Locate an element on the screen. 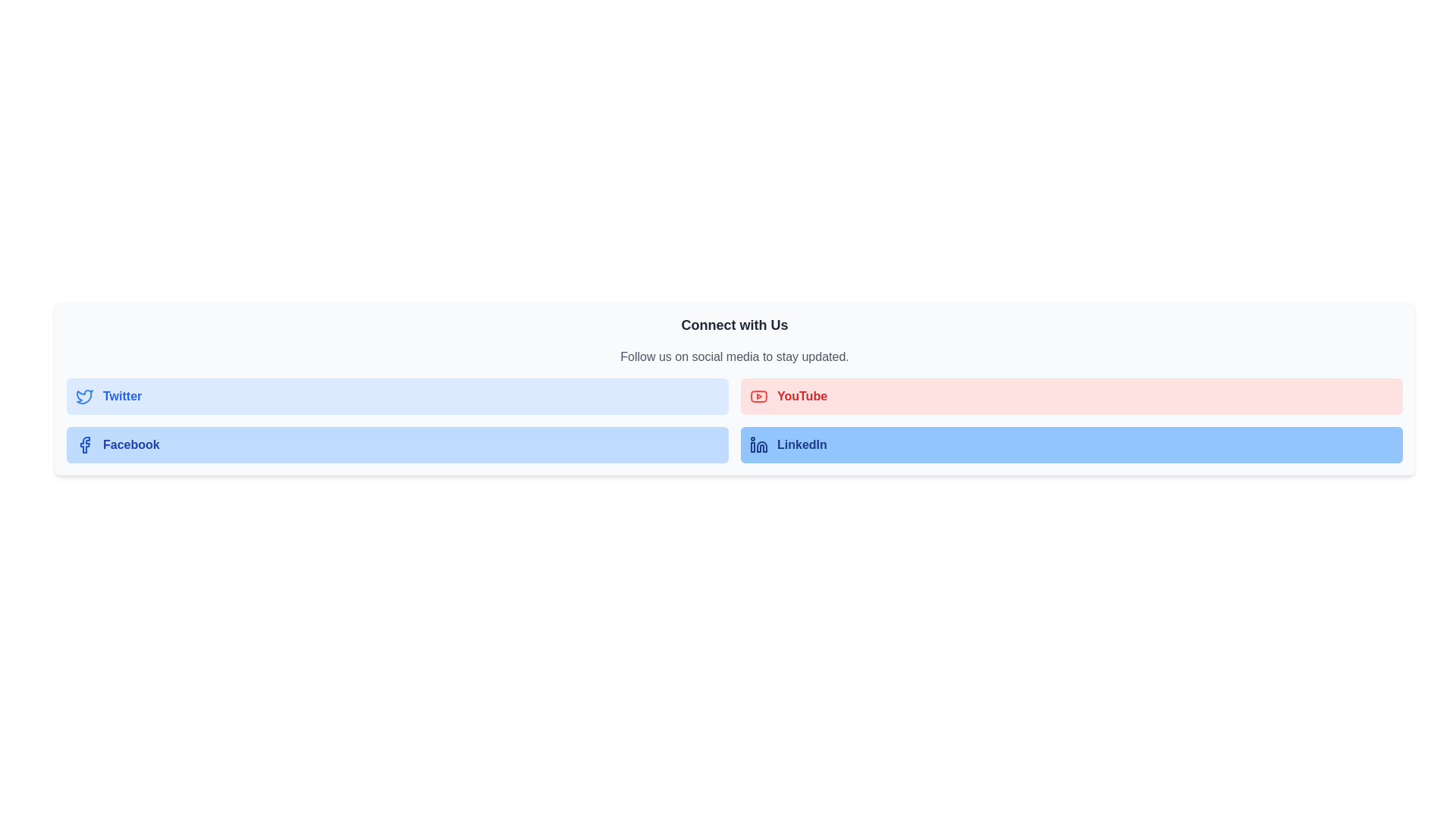 The image size is (1456, 819). the Twitter icon, which is part of a button leading to the Twitter page, situated on the left side of the 'Twitter' button in the 'Connect with Us' section is located at coordinates (83, 396).